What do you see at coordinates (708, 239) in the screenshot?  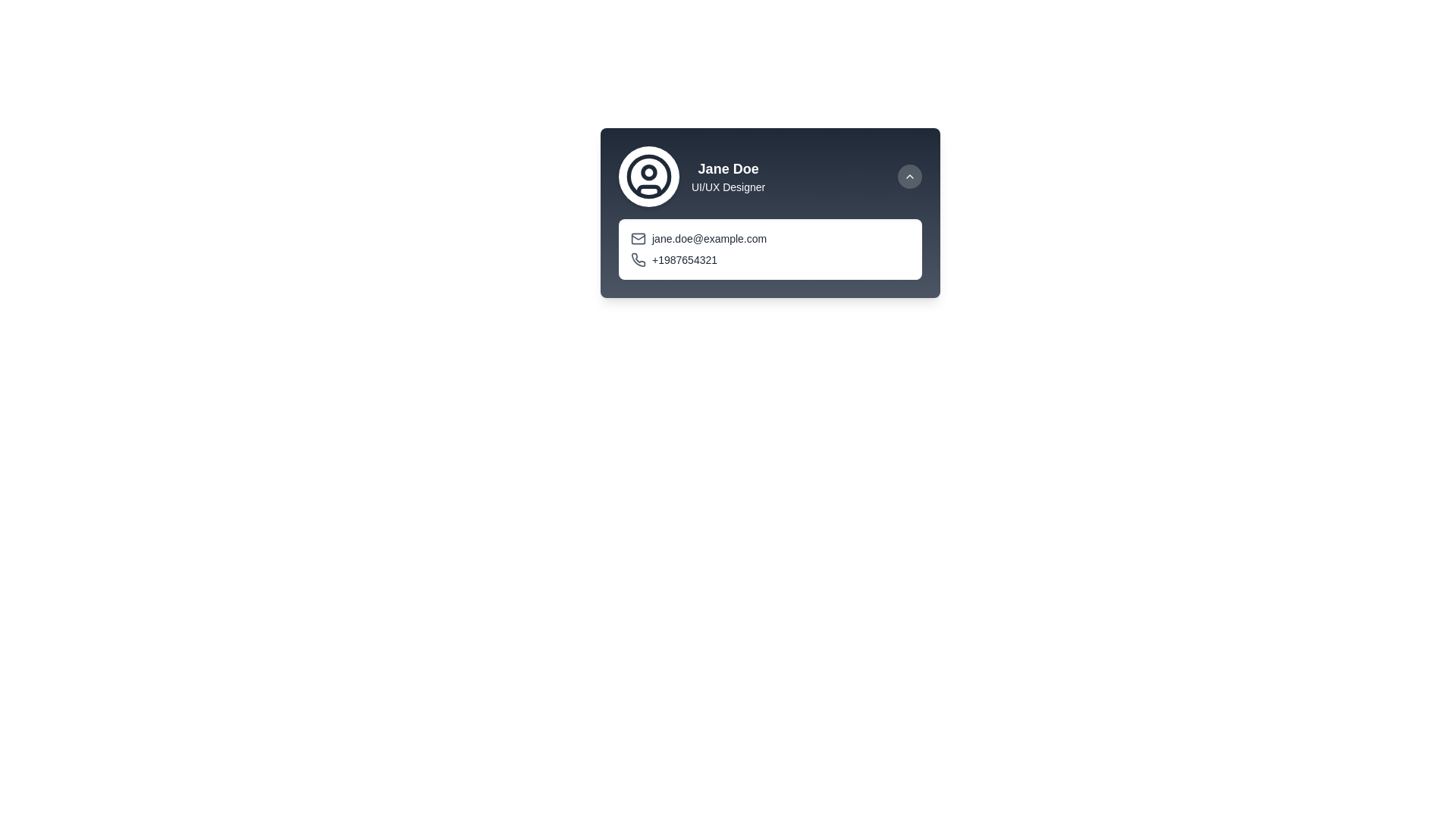 I see `the static text label element that displays the email address, located in the middle section of the user profile card, below the user's name and title, and to the right of the envelope icon` at bounding box center [708, 239].